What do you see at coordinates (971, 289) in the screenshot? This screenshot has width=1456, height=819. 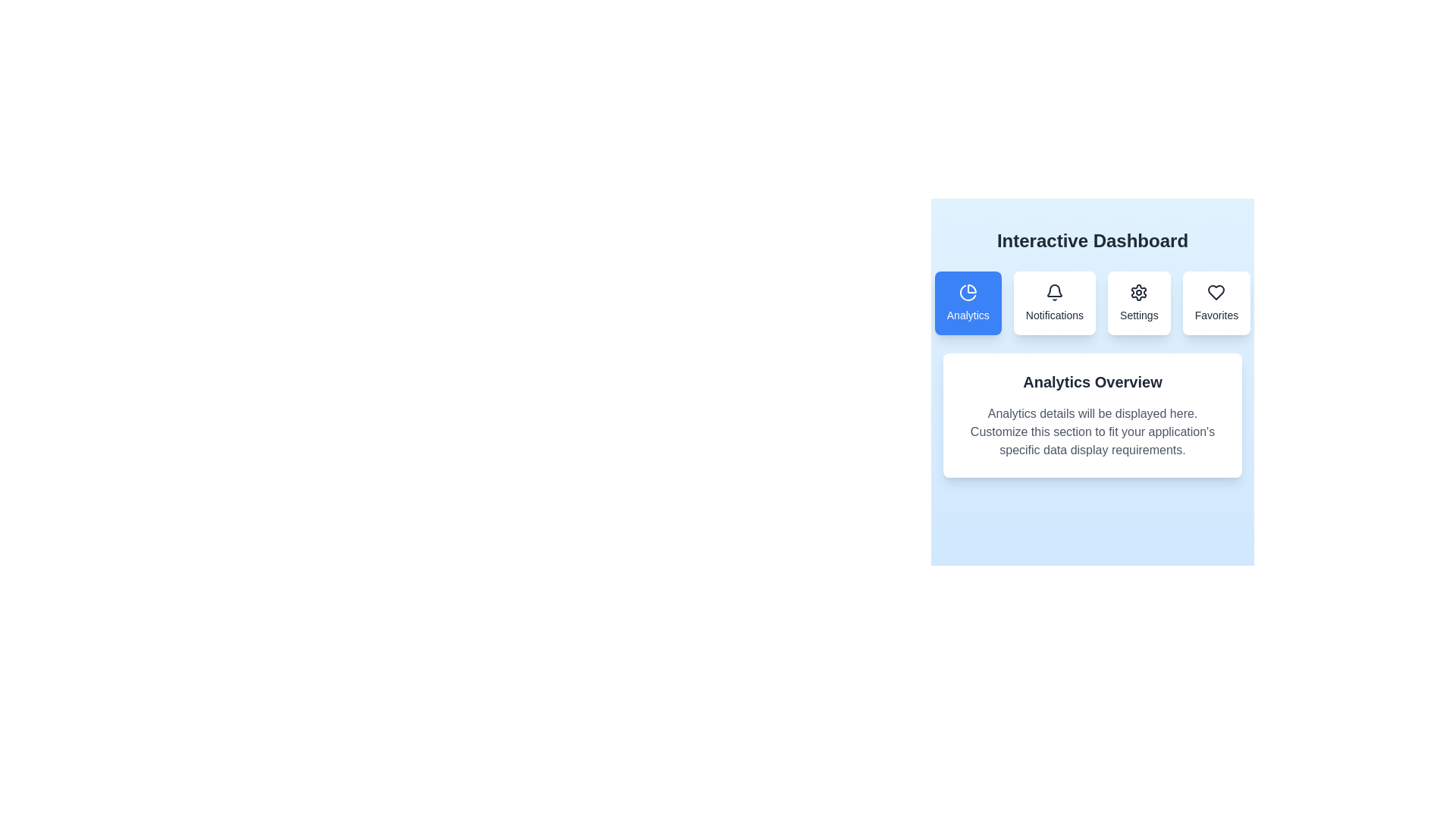 I see `the pie chart icon representing analytics, located on the top-left corner of the dashboard interface, which is part of the 'Analytics' button` at bounding box center [971, 289].